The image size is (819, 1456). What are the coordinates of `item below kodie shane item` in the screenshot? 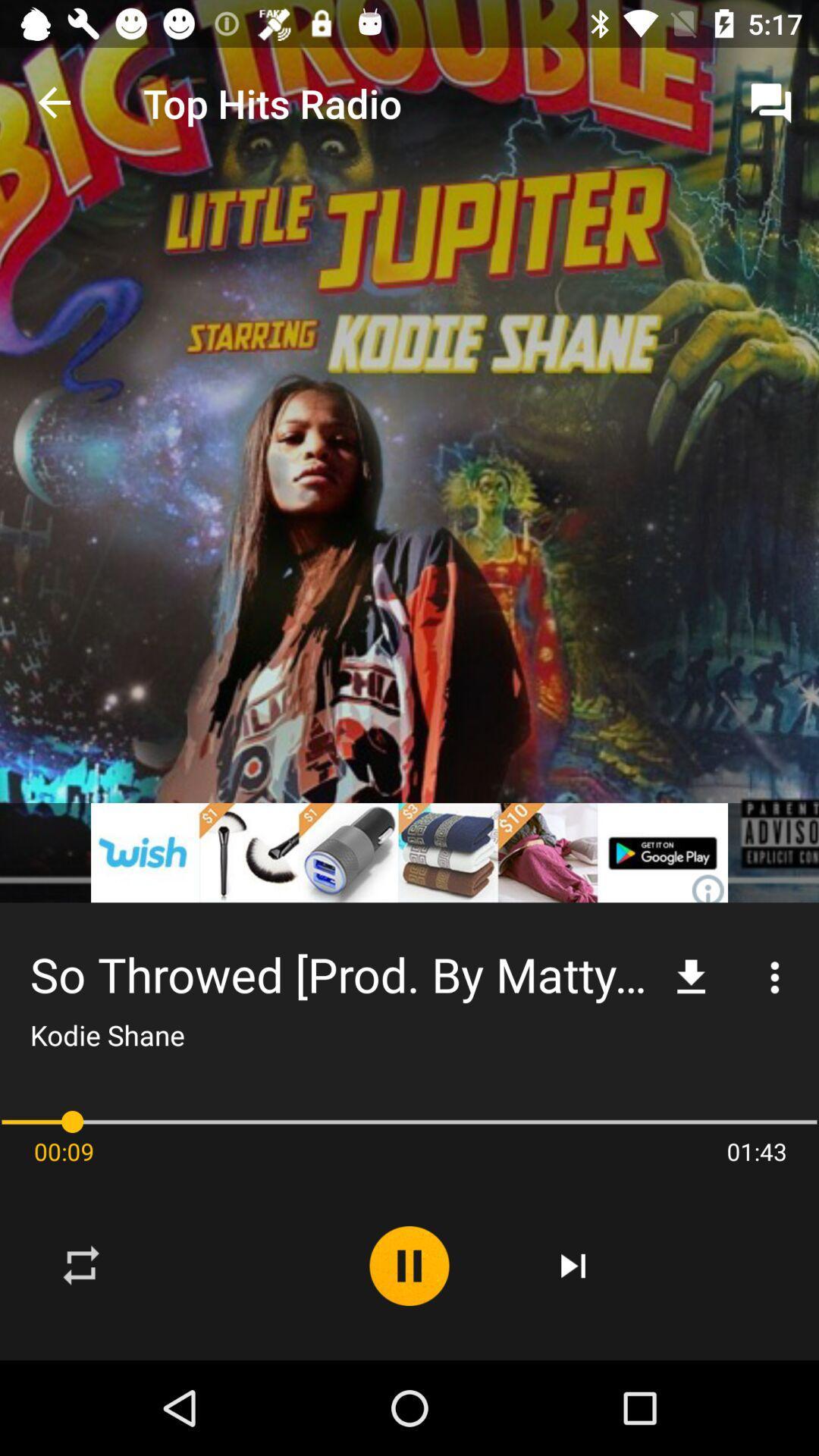 It's located at (409, 1122).